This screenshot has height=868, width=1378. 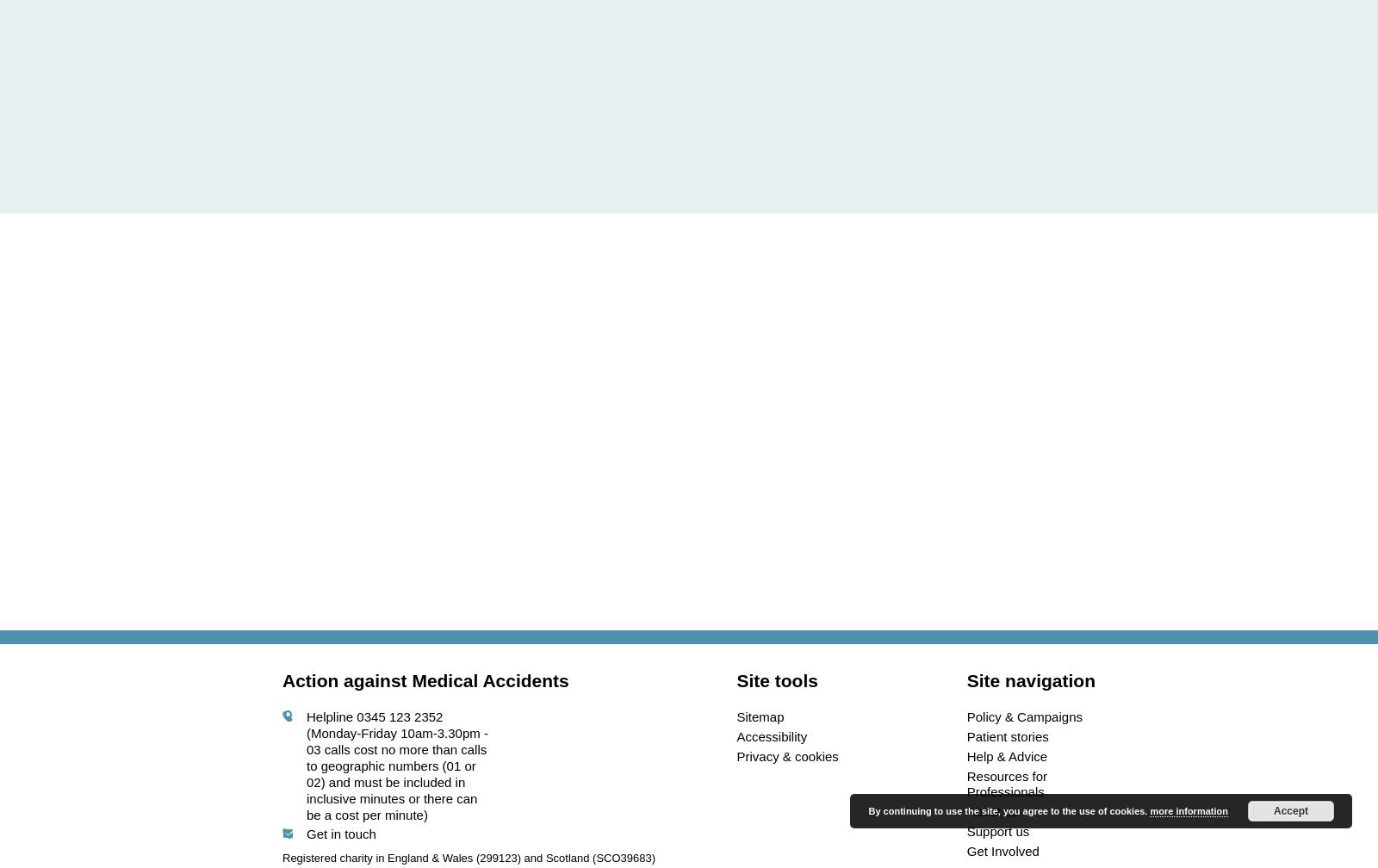 I want to click on 'Help & Advice', so click(x=1006, y=755).